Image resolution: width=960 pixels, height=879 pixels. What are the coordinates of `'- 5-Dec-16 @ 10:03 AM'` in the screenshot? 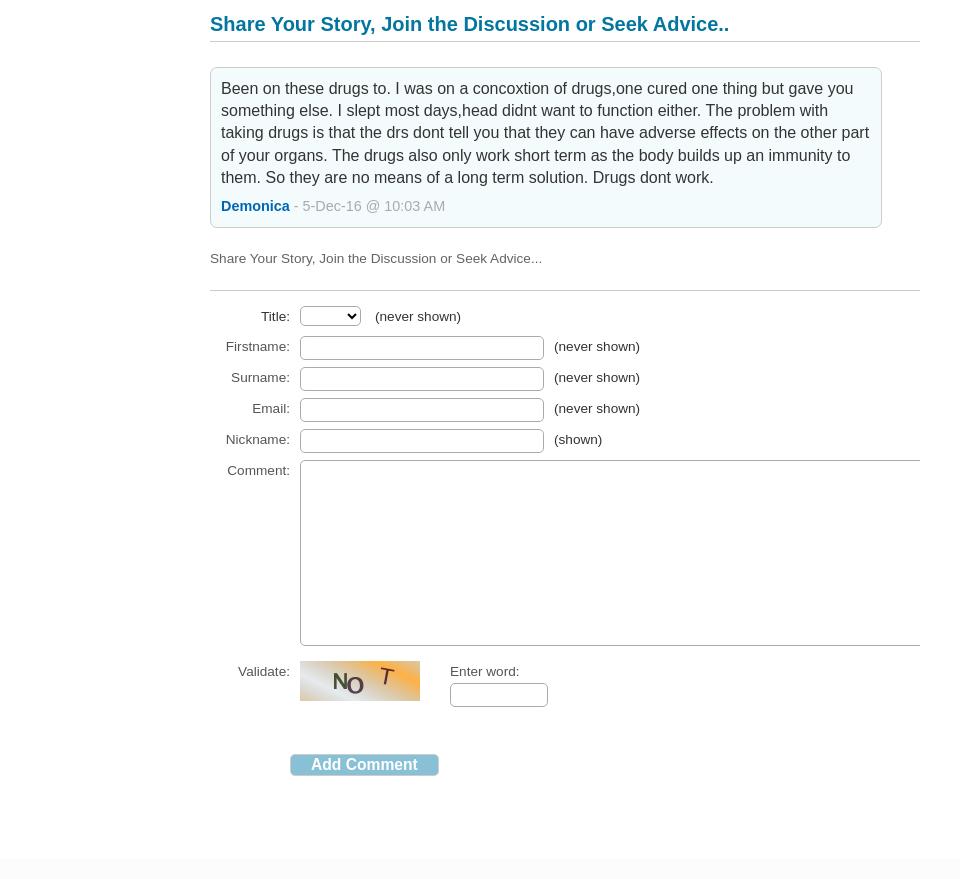 It's located at (291, 204).